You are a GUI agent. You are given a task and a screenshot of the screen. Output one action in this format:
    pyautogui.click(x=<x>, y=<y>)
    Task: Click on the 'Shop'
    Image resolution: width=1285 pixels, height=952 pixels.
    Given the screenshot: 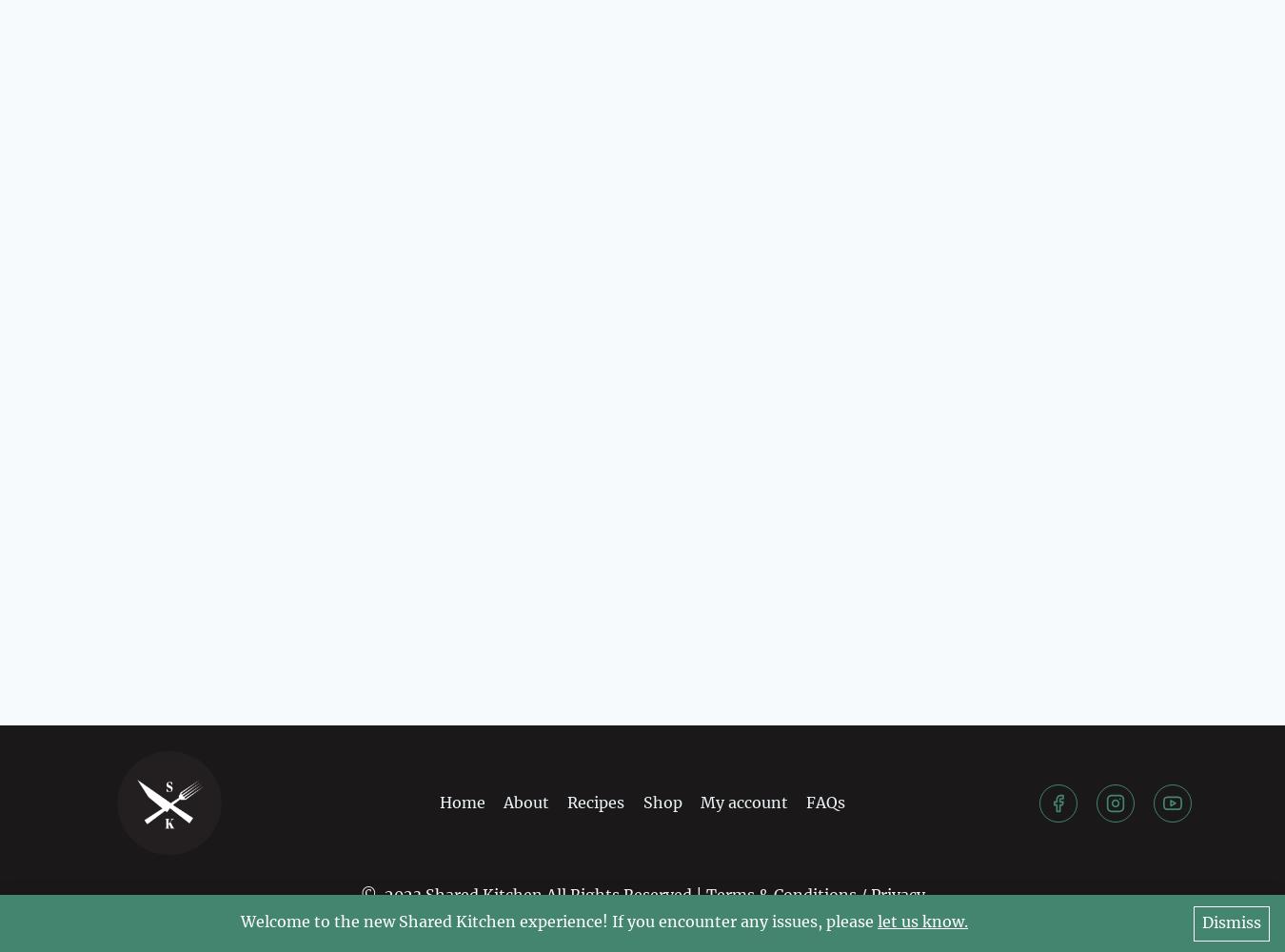 What is the action you would take?
    pyautogui.click(x=661, y=801)
    